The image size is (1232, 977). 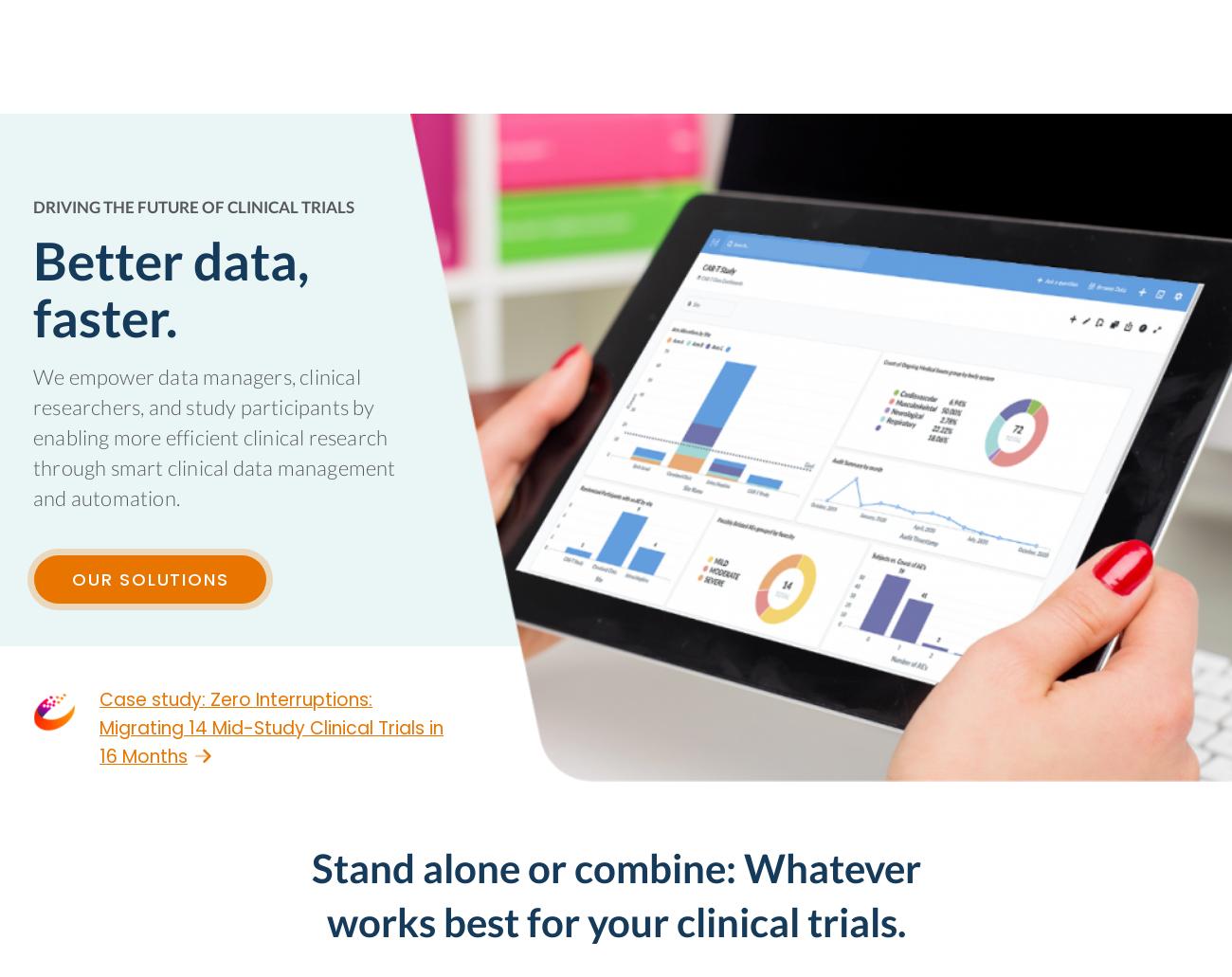 What do you see at coordinates (1107, 58) in the screenshot?
I see `'FREE TRIAL'` at bounding box center [1107, 58].